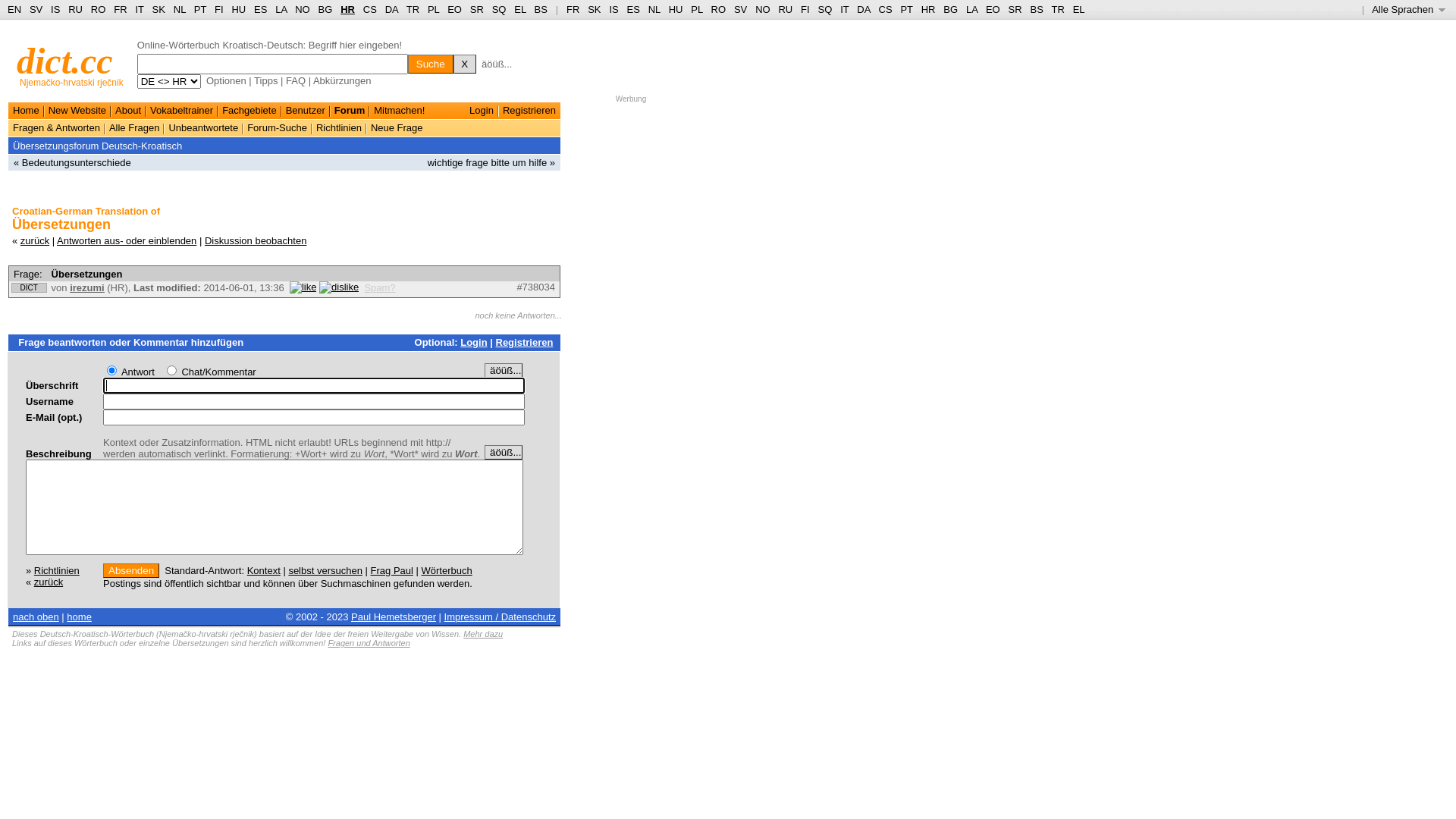 This screenshot has height=819, width=1456. Describe the element at coordinates (593, 9) in the screenshot. I see `'SK'` at that location.